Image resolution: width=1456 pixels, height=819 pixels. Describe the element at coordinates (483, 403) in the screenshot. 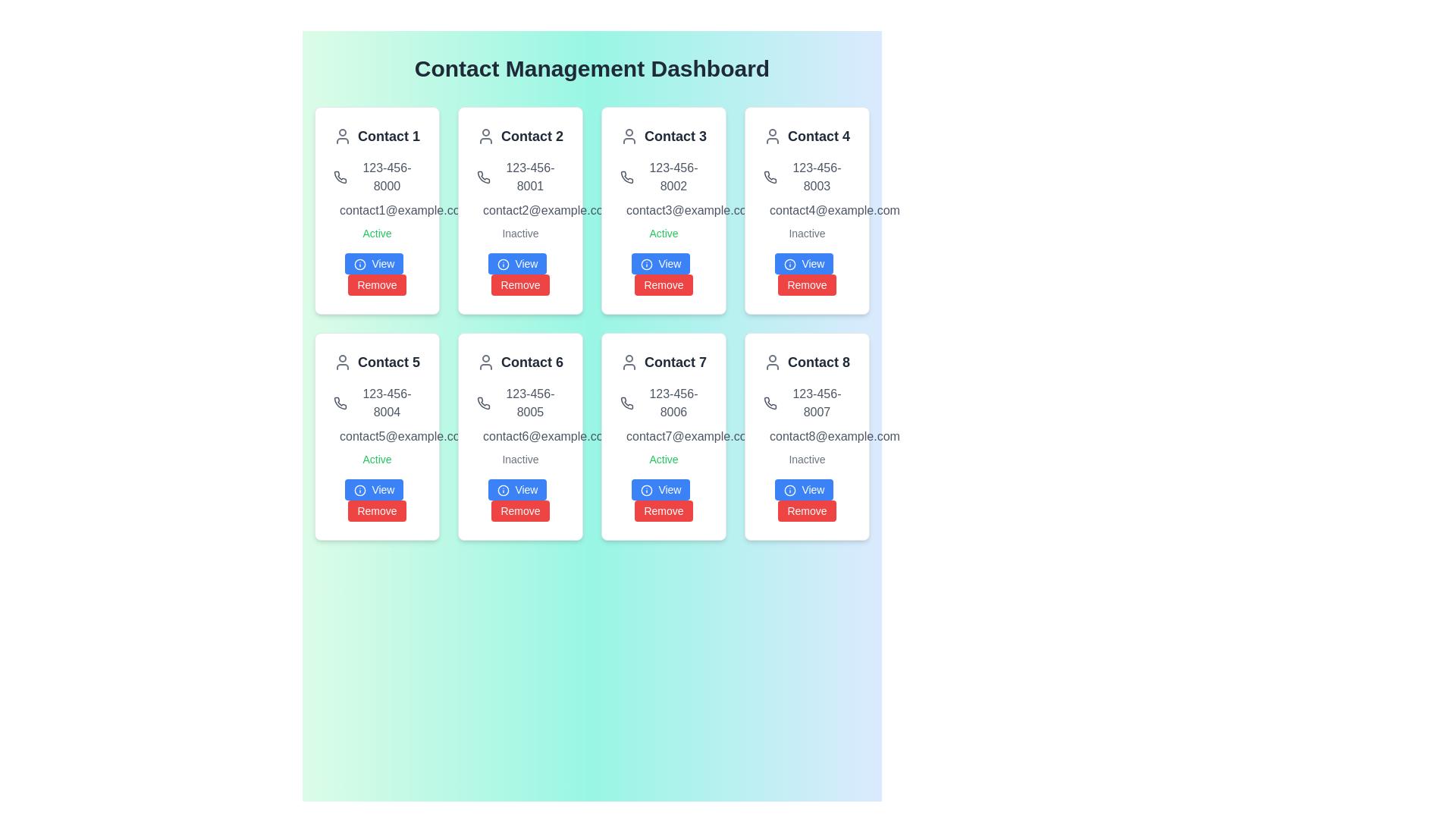

I see `the phone icon representing contact information for 'Contact 6', located in the second row and second column of the grid layout` at that location.